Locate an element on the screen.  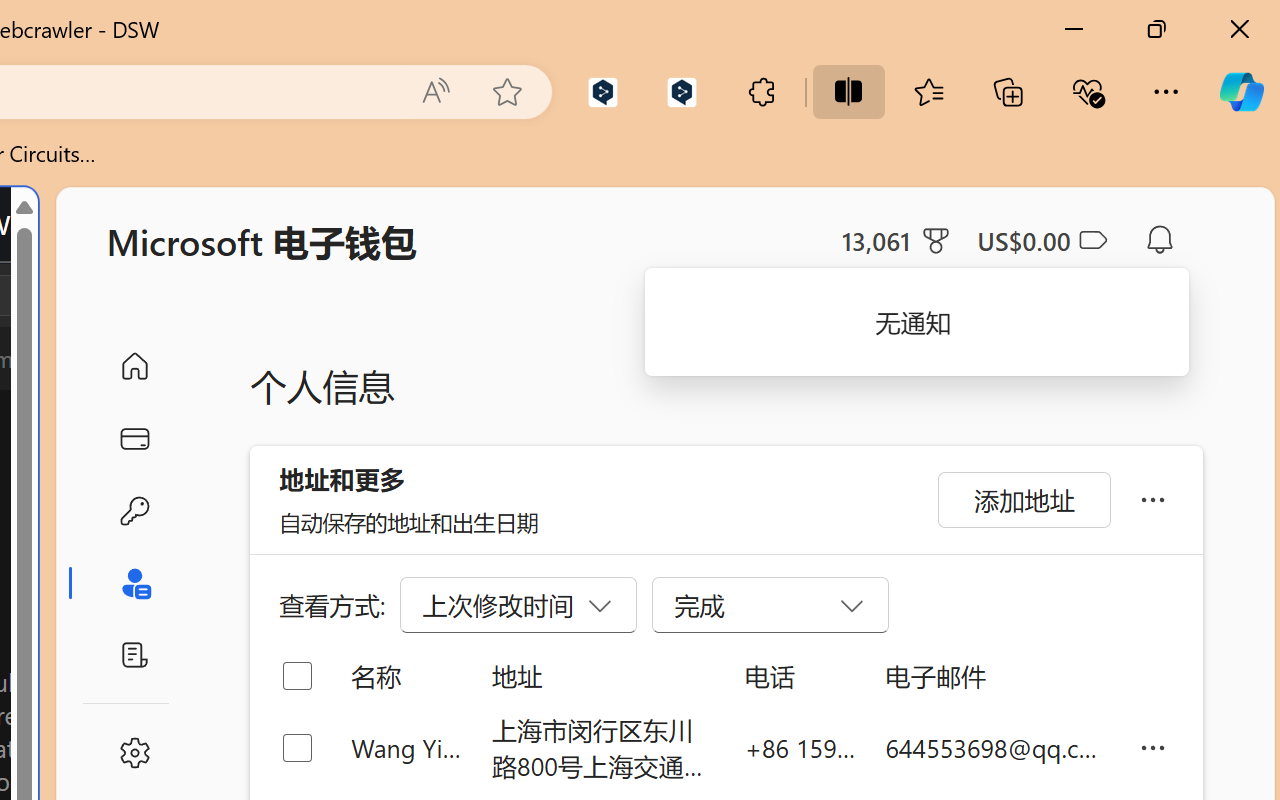
'Class: ___1lmltc5 f1agt3bx f12qytpq' is located at coordinates (1091, 240).